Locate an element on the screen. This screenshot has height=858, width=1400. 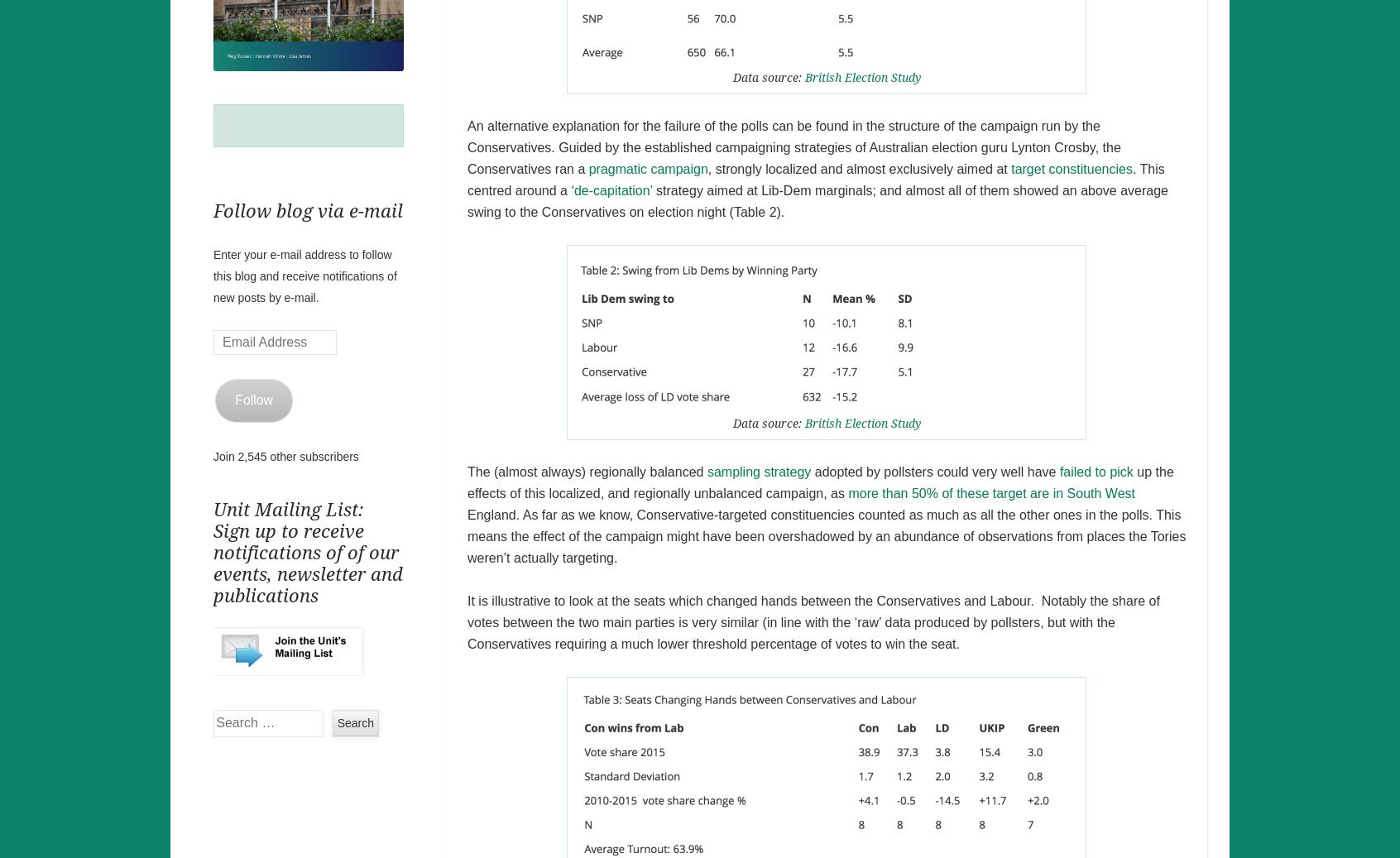
'pragmatic campaign' is located at coordinates (648, 167).